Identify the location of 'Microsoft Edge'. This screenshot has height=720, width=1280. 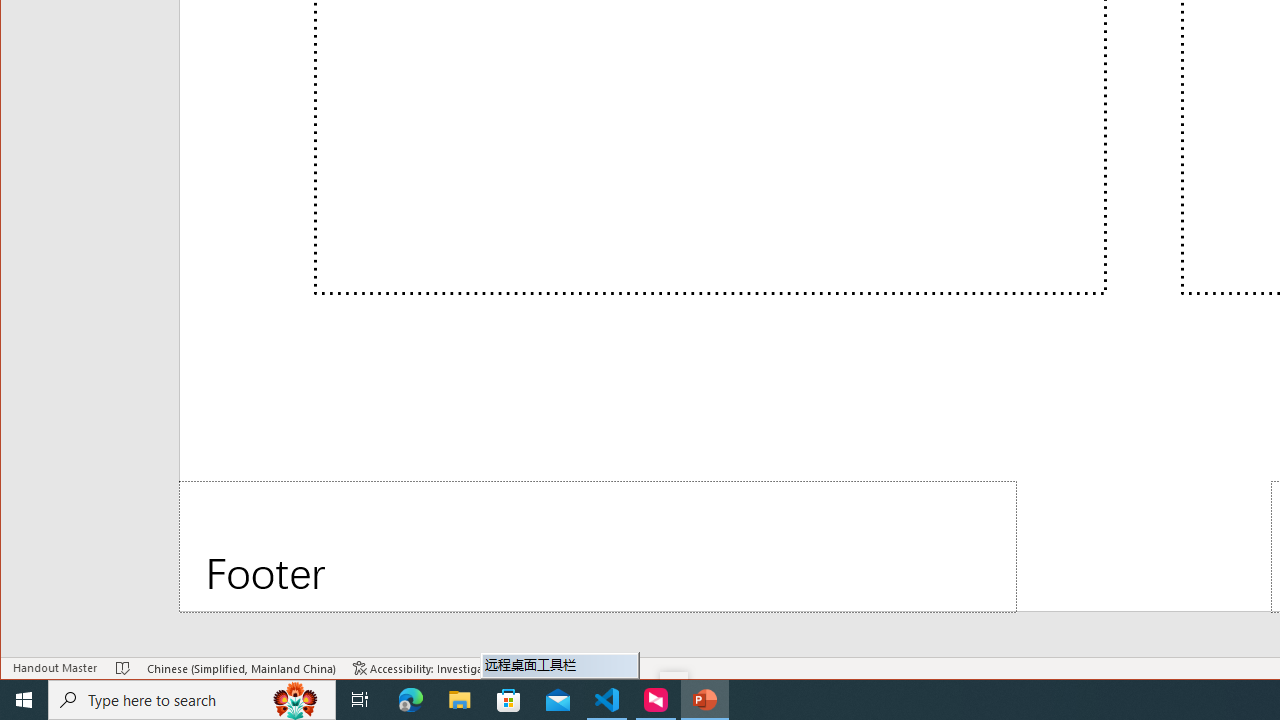
(410, 698).